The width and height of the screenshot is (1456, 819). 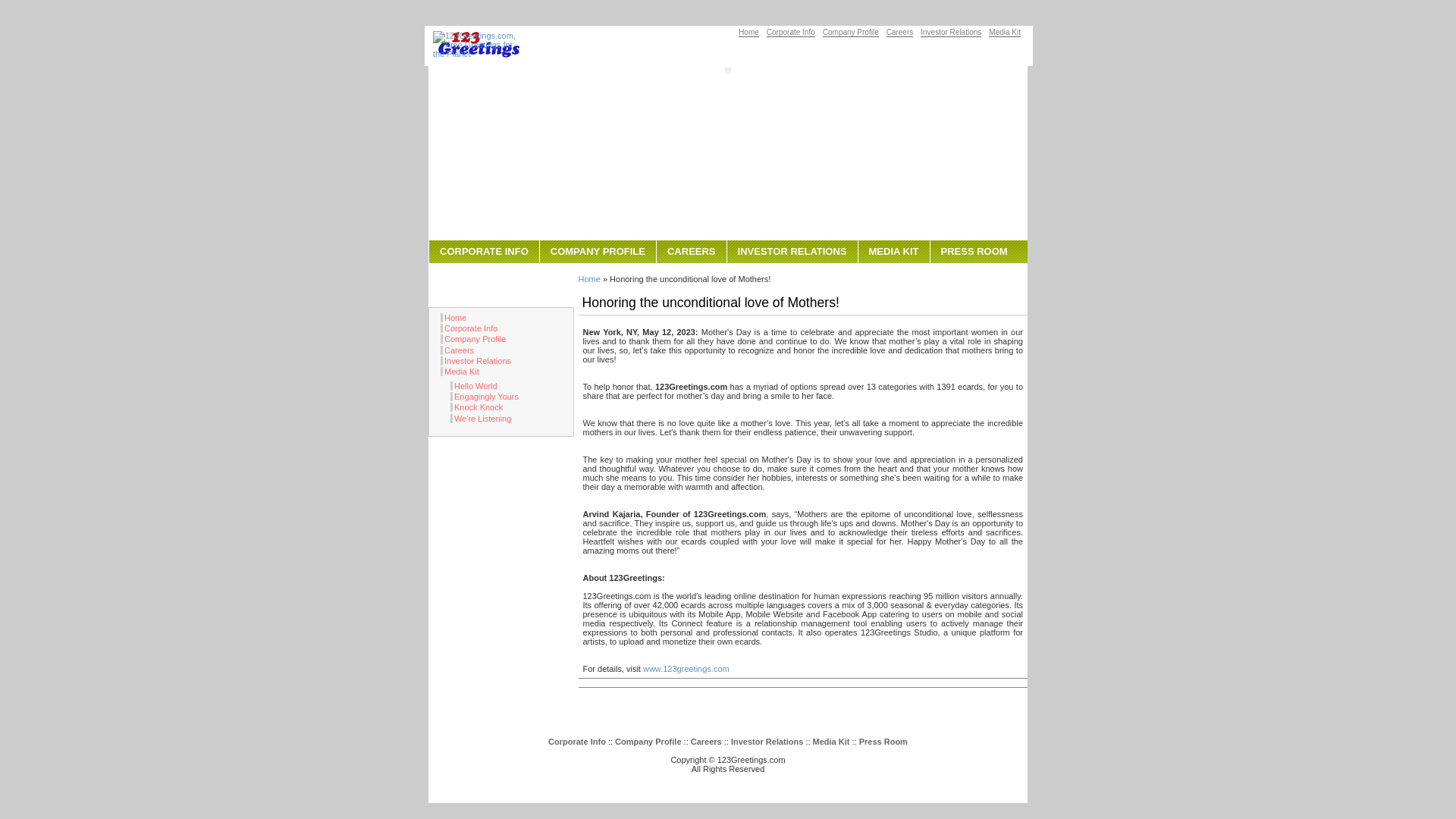 I want to click on 'Corporate Info', so click(x=789, y=32).